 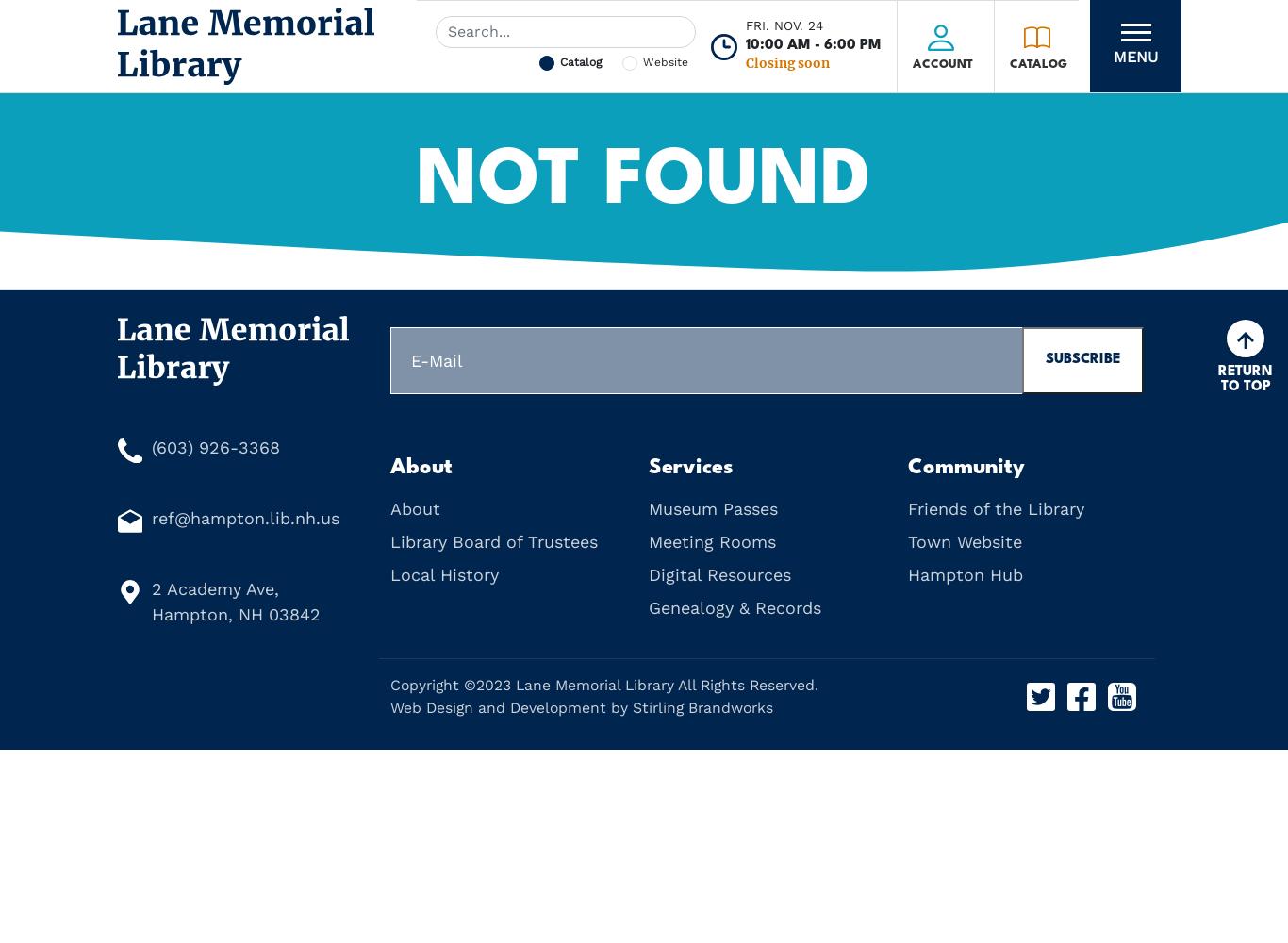 I want to click on 'Not Found', so click(x=644, y=181).